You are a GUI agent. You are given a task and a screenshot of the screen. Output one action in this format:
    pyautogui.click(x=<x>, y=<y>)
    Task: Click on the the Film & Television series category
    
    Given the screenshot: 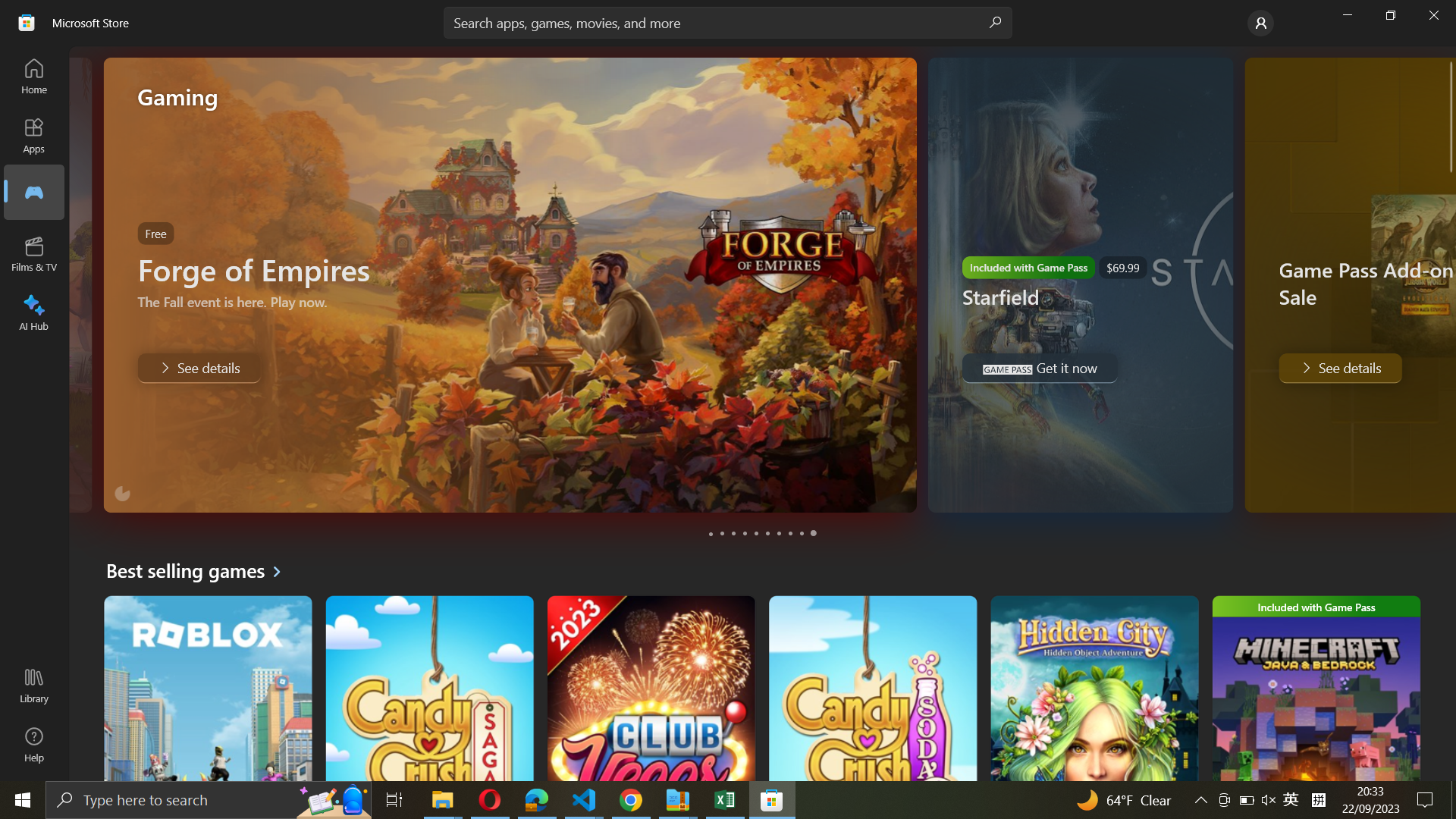 What is the action you would take?
    pyautogui.click(x=35, y=253)
    